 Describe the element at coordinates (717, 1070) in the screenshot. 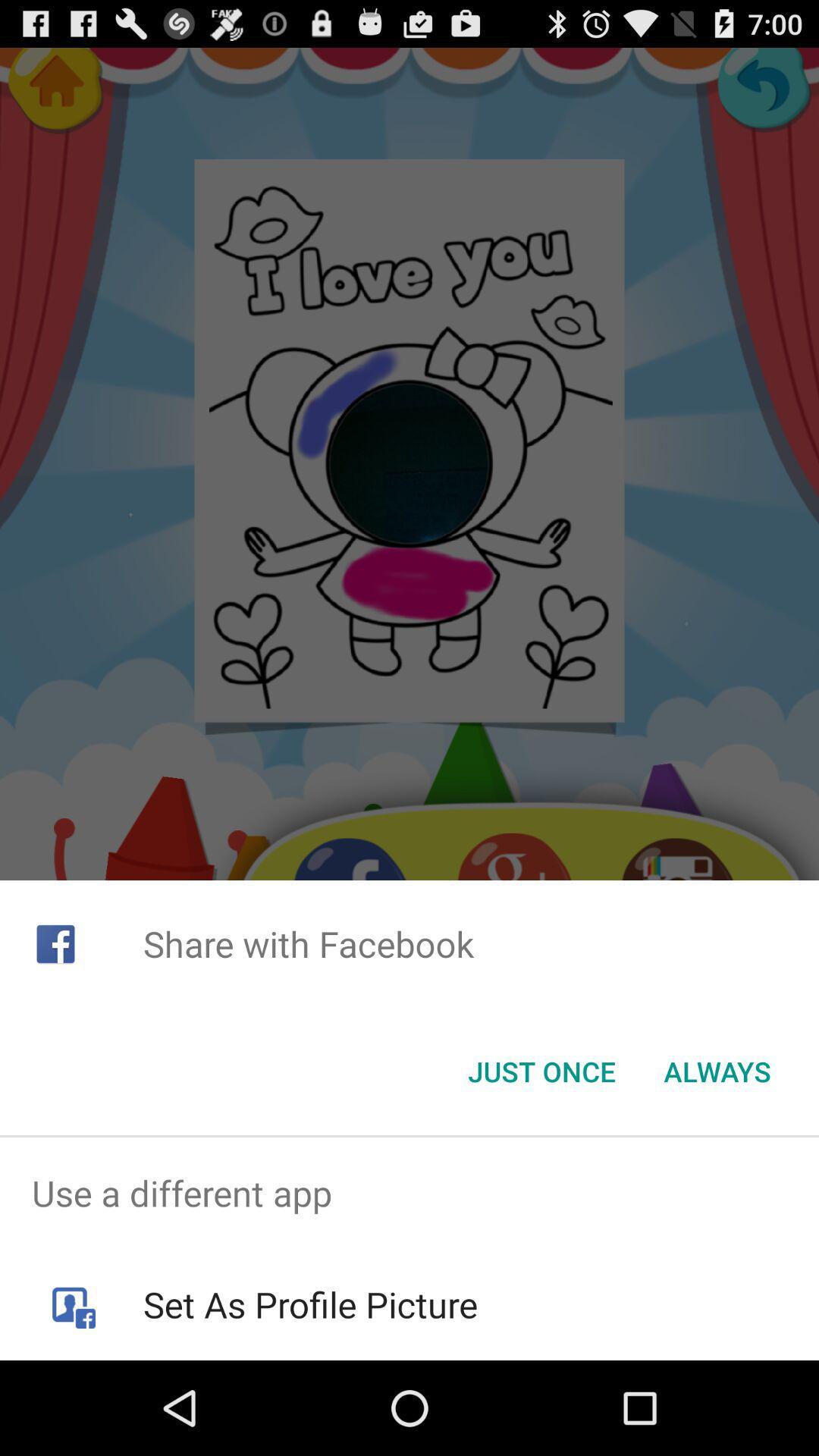

I see `the always item` at that location.